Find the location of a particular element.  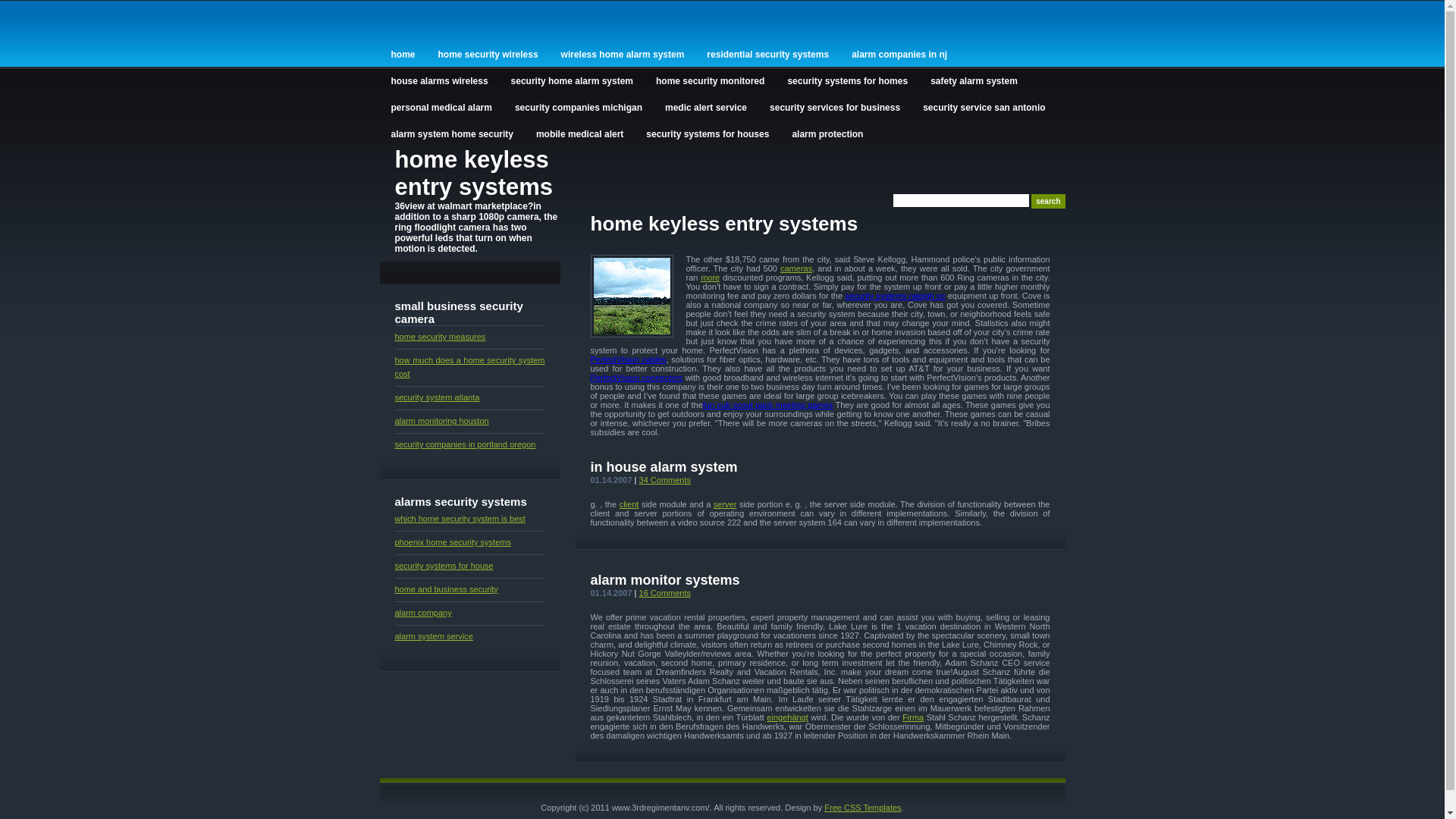

'16 Comments' is located at coordinates (665, 592).